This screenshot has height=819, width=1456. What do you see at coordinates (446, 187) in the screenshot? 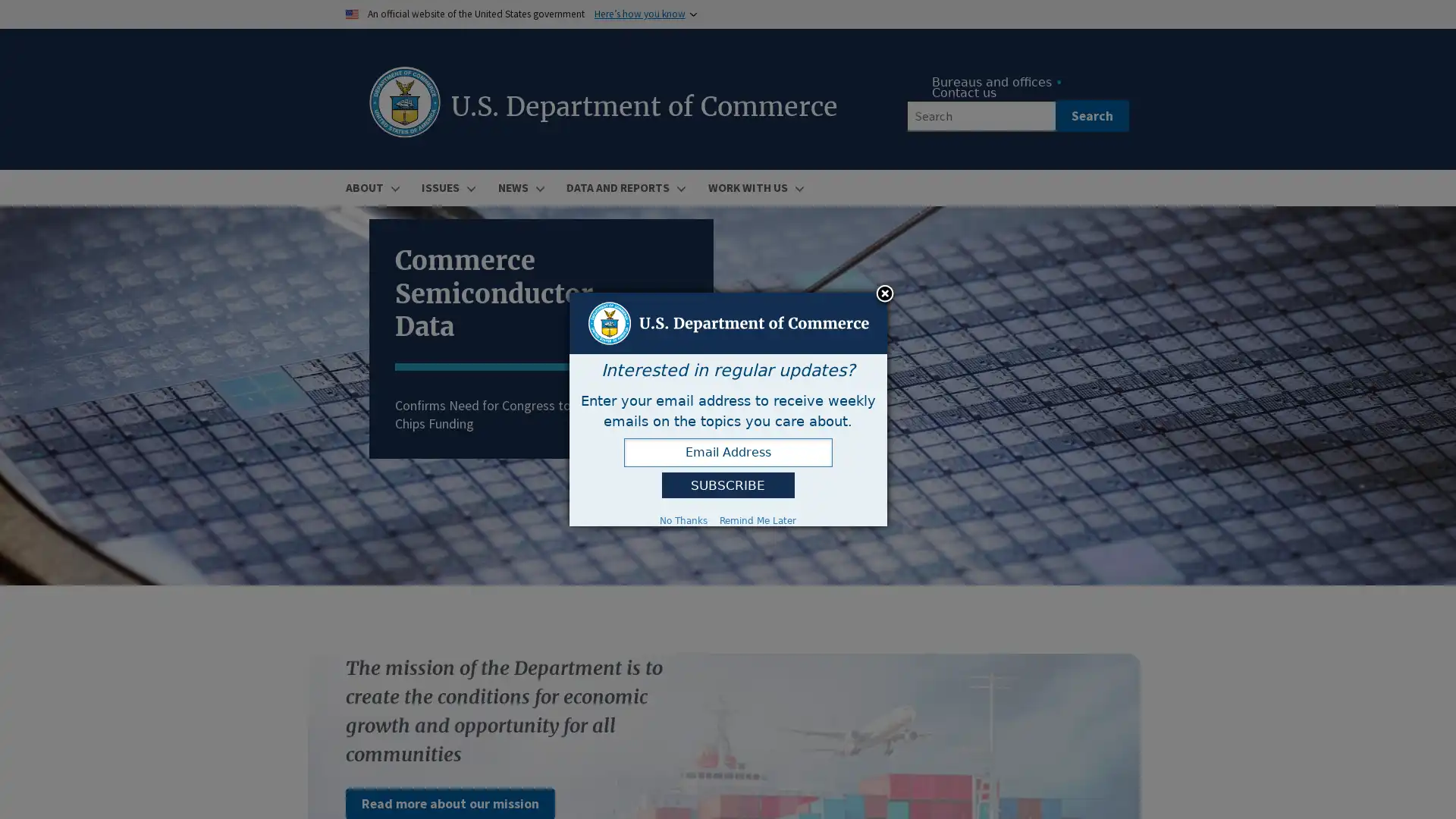
I see `ISSUES` at bounding box center [446, 187].